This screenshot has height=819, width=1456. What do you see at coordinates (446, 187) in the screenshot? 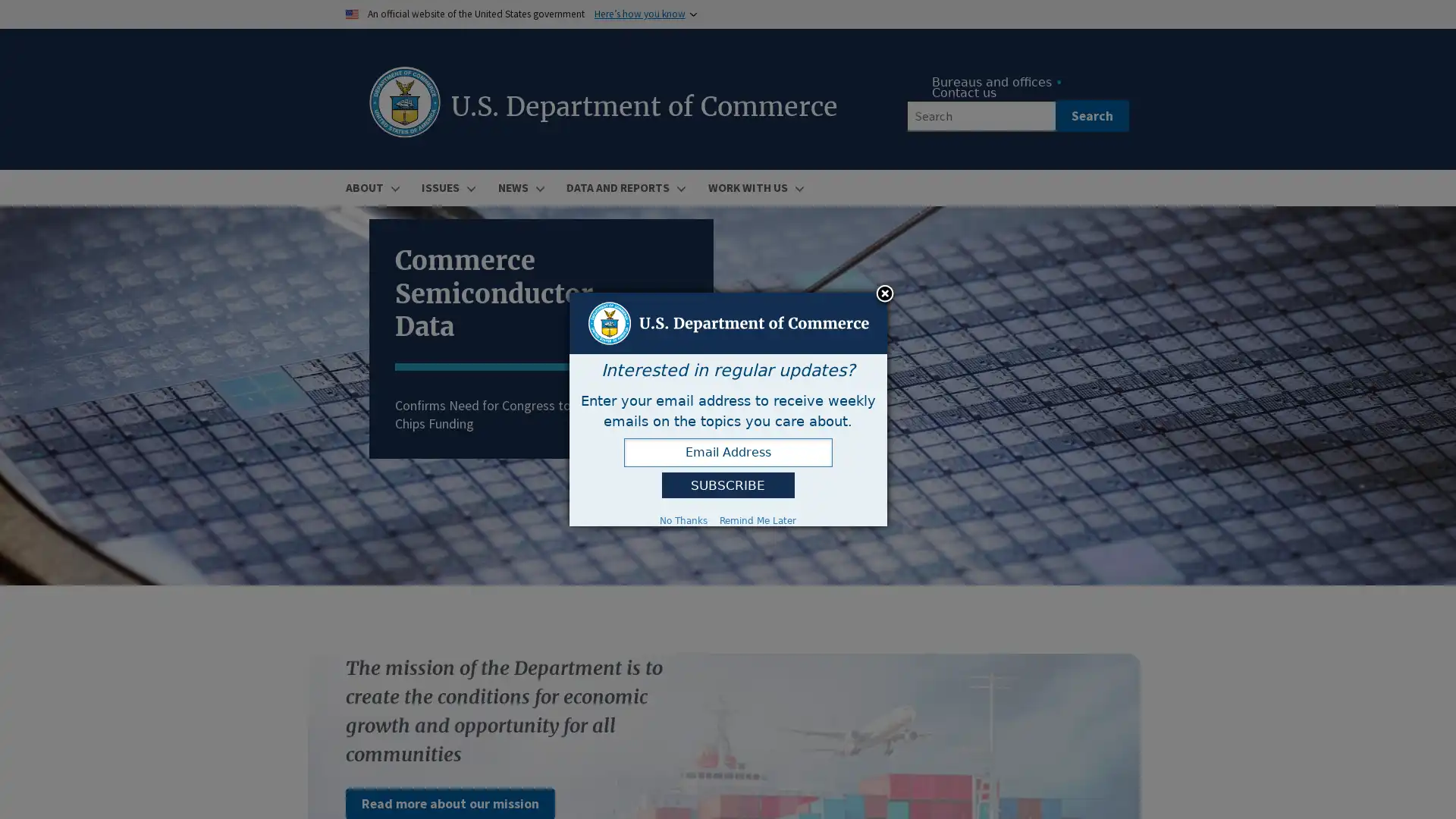
I see `ISSUES` at bounding box center [446, 187].